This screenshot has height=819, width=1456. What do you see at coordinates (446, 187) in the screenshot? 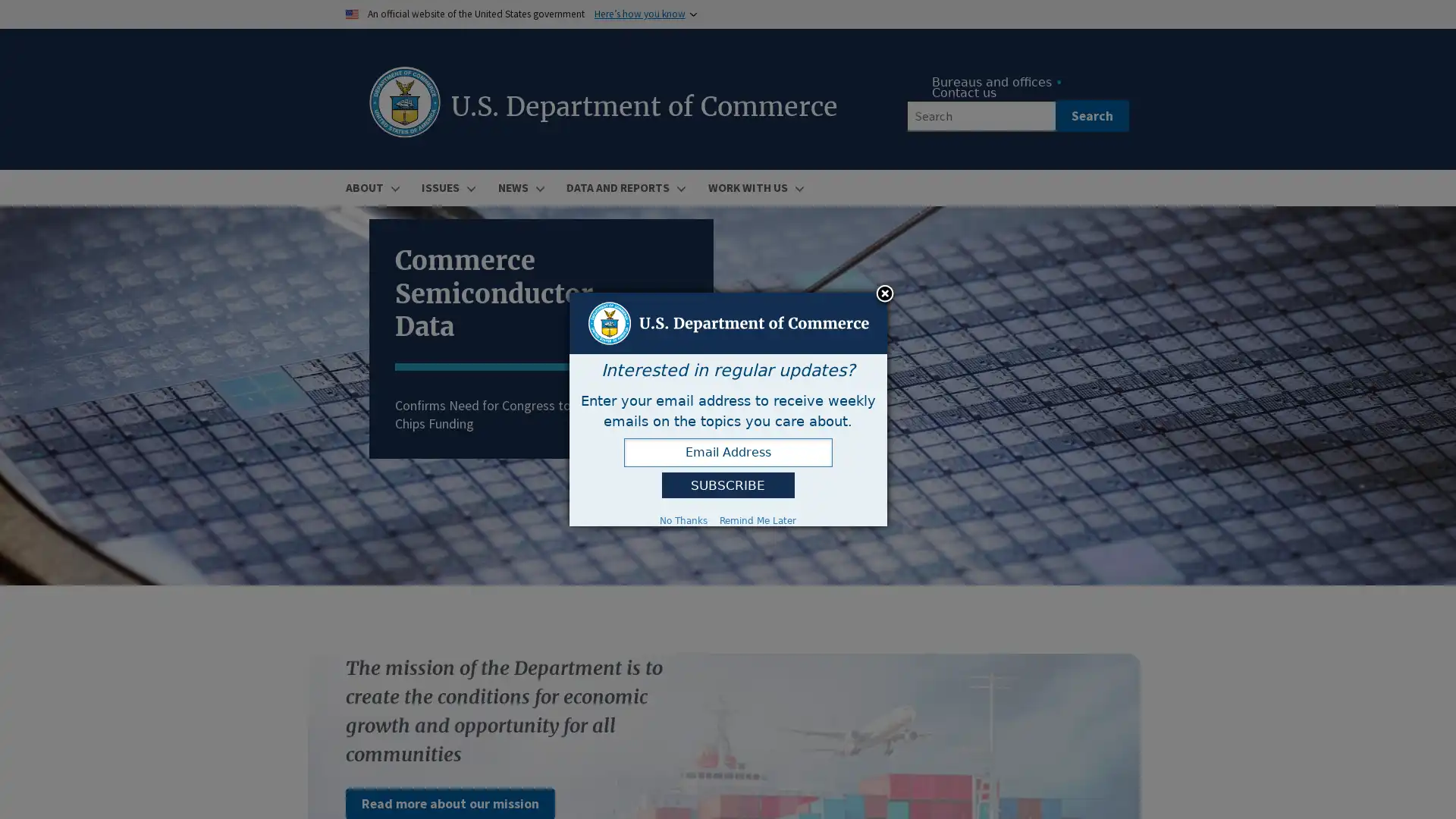
I see `ISSUES` at bounding box center [446, 187].